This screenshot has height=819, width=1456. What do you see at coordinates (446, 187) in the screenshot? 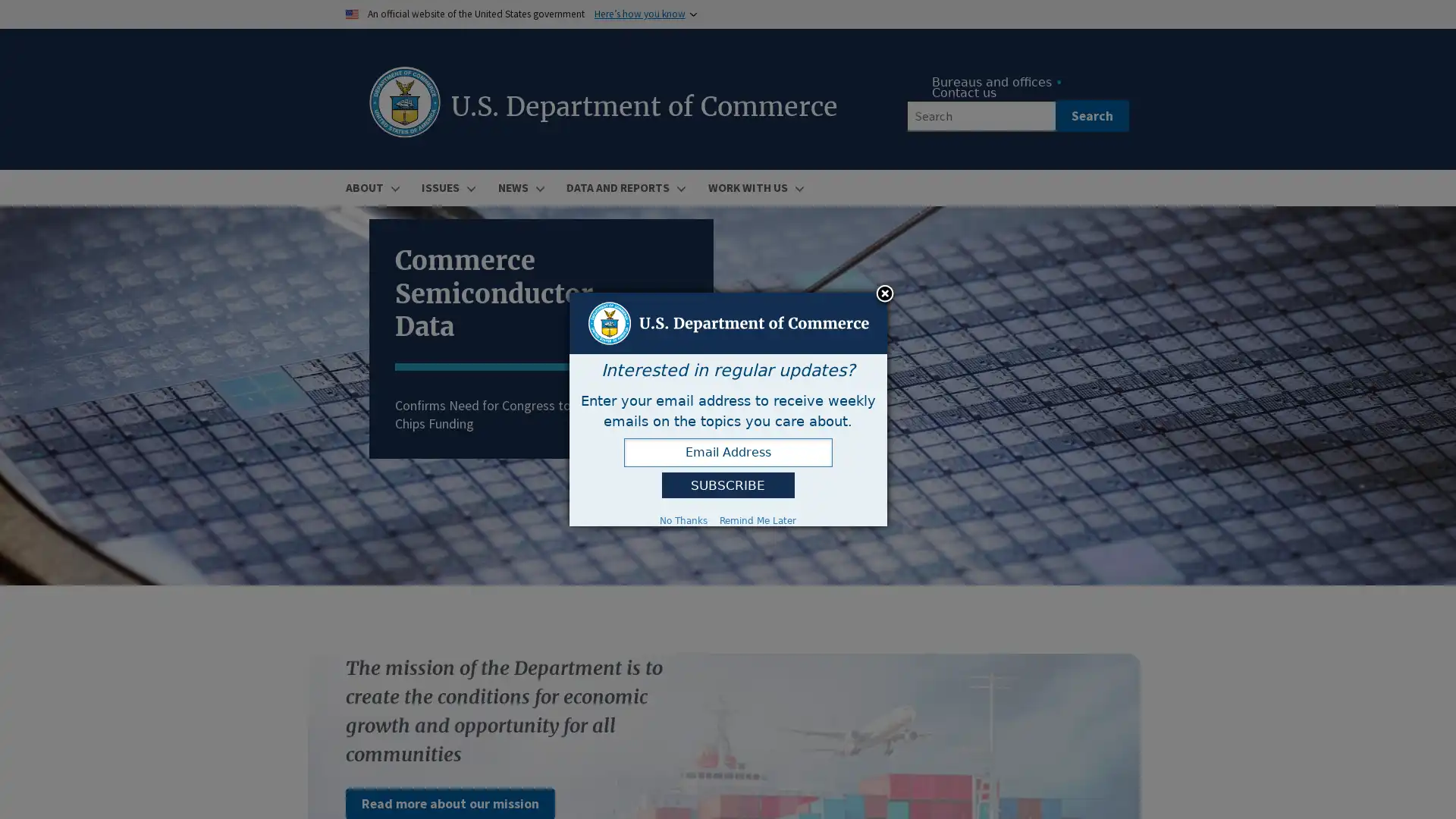
I see `ISSUES` at bounding box center [446, 187].